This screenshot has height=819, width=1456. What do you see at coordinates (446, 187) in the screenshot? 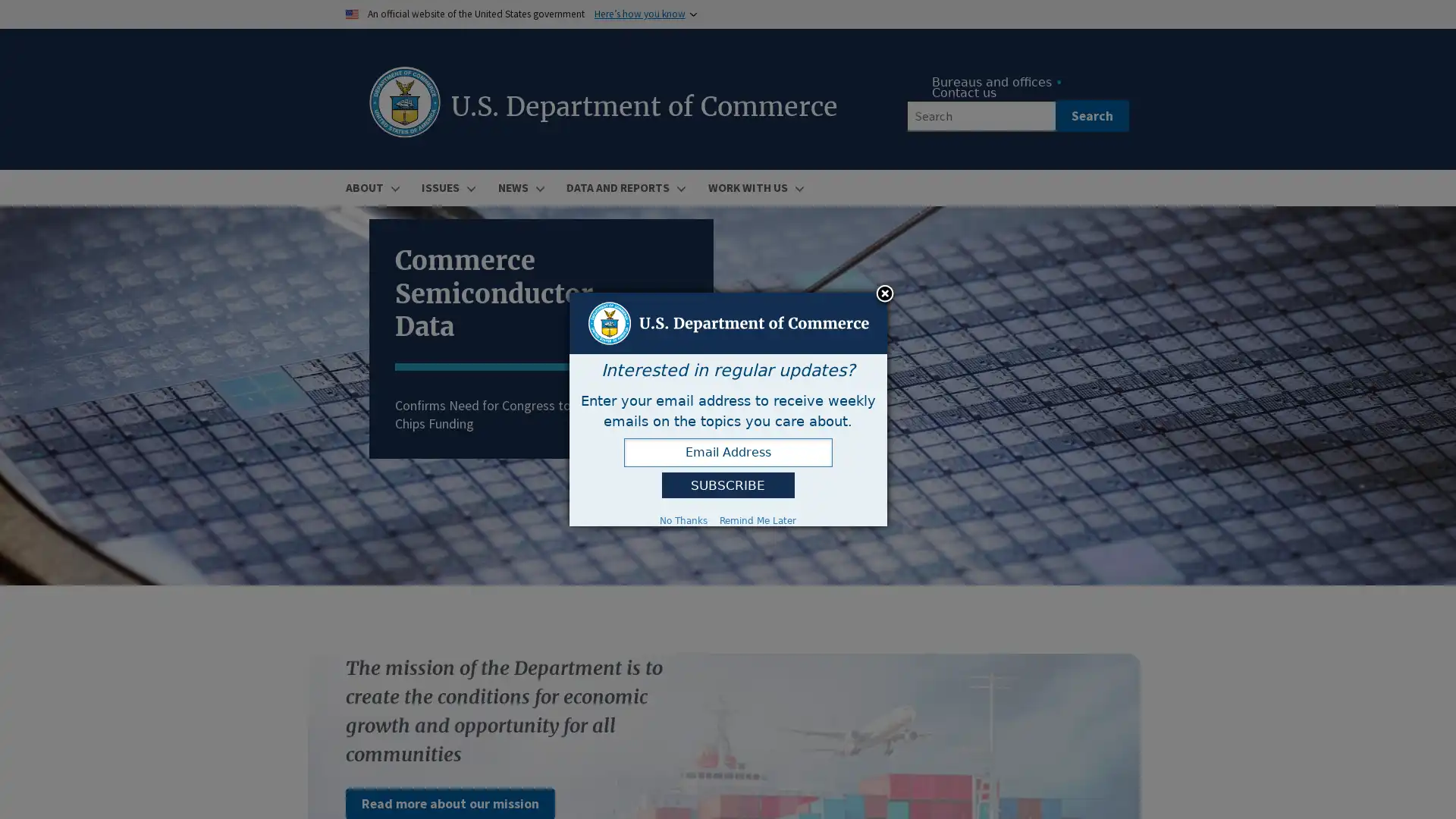
I see `ISSUES` at bounding box center [446, 187].